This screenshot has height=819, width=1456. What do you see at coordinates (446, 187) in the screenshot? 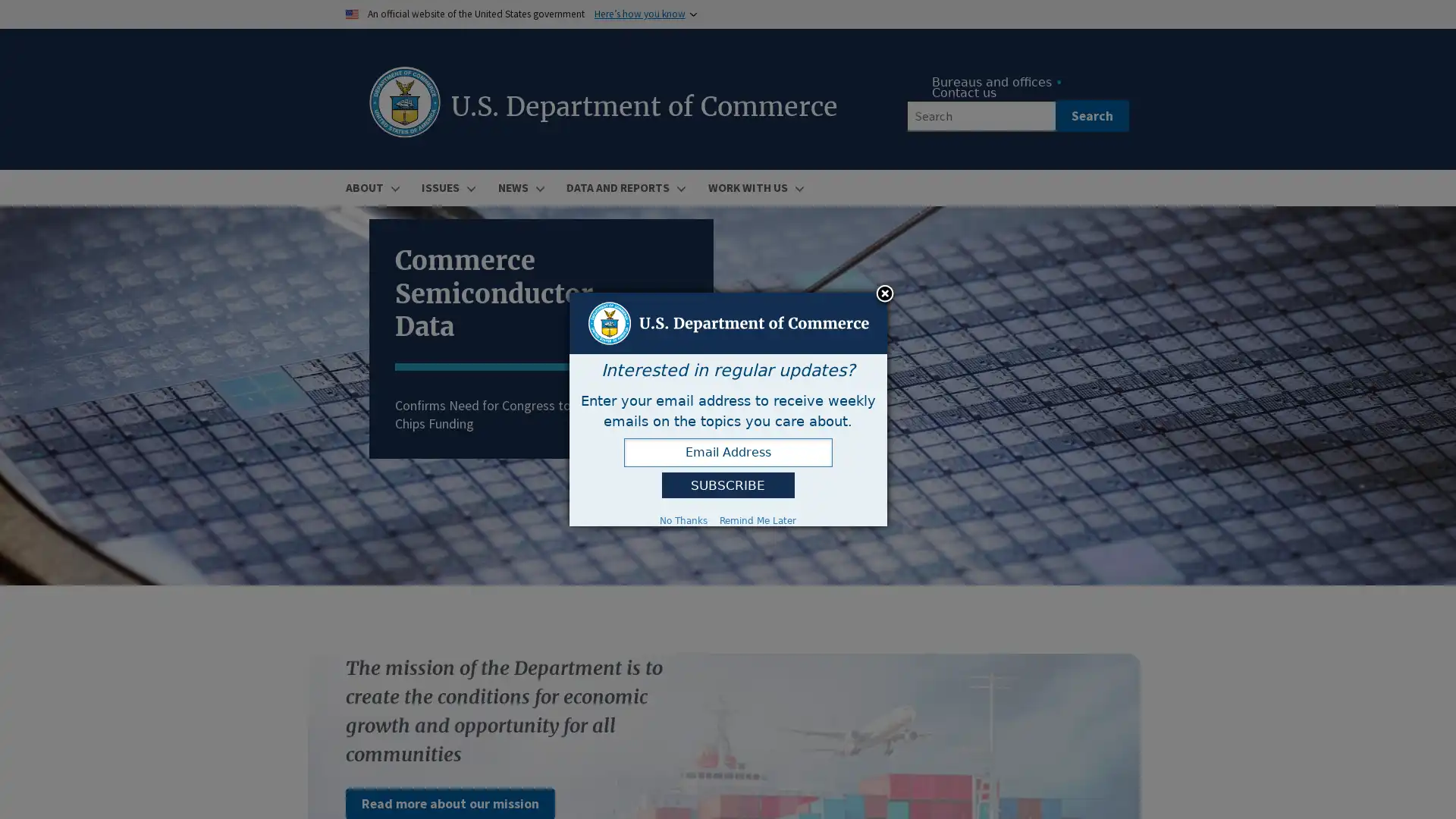
I see `ISSUES` at bounding box center [446, 187].